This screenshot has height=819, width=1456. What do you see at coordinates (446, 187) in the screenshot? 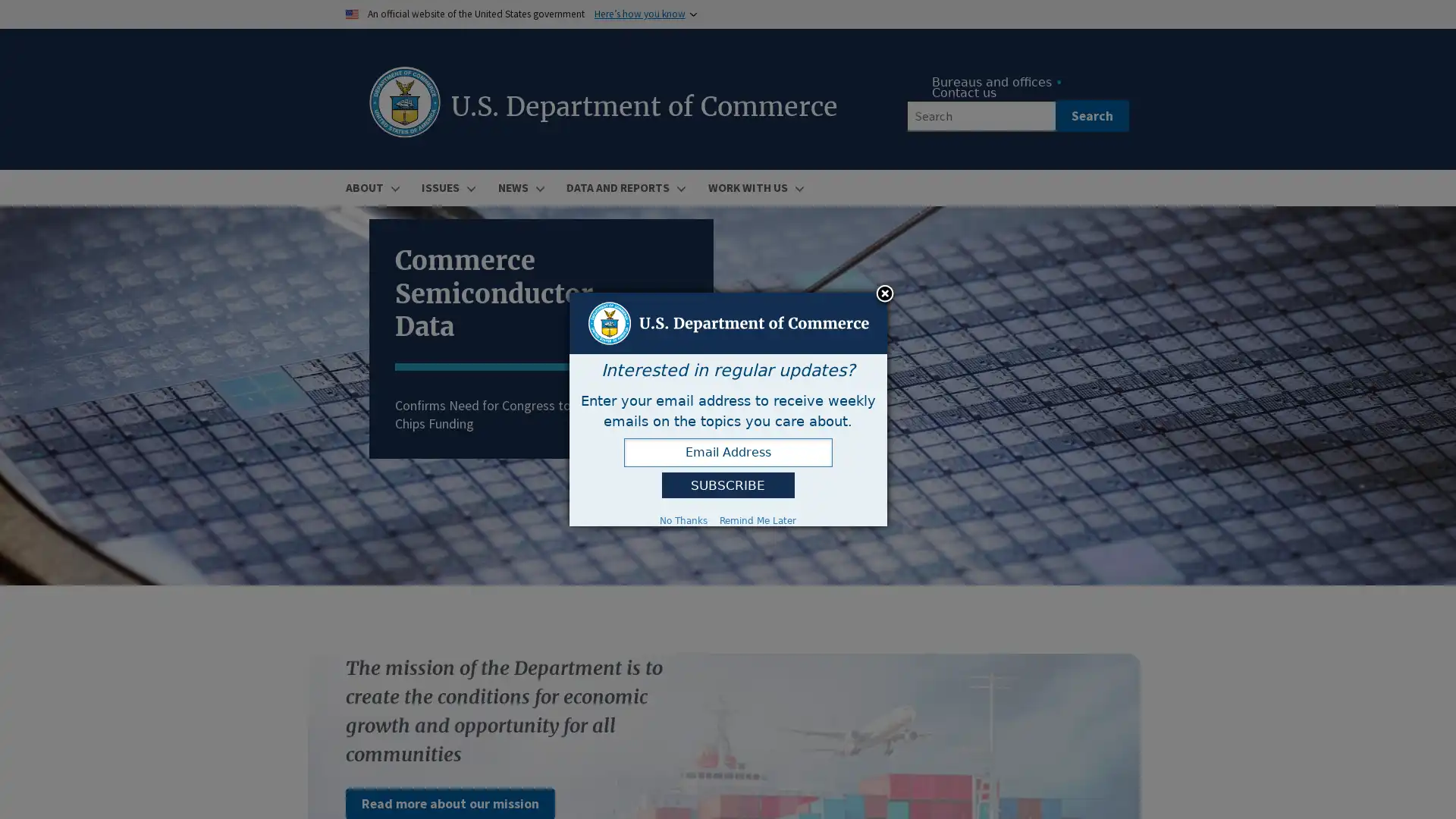
I see `ISSUES` at bounding box center [446, 187].